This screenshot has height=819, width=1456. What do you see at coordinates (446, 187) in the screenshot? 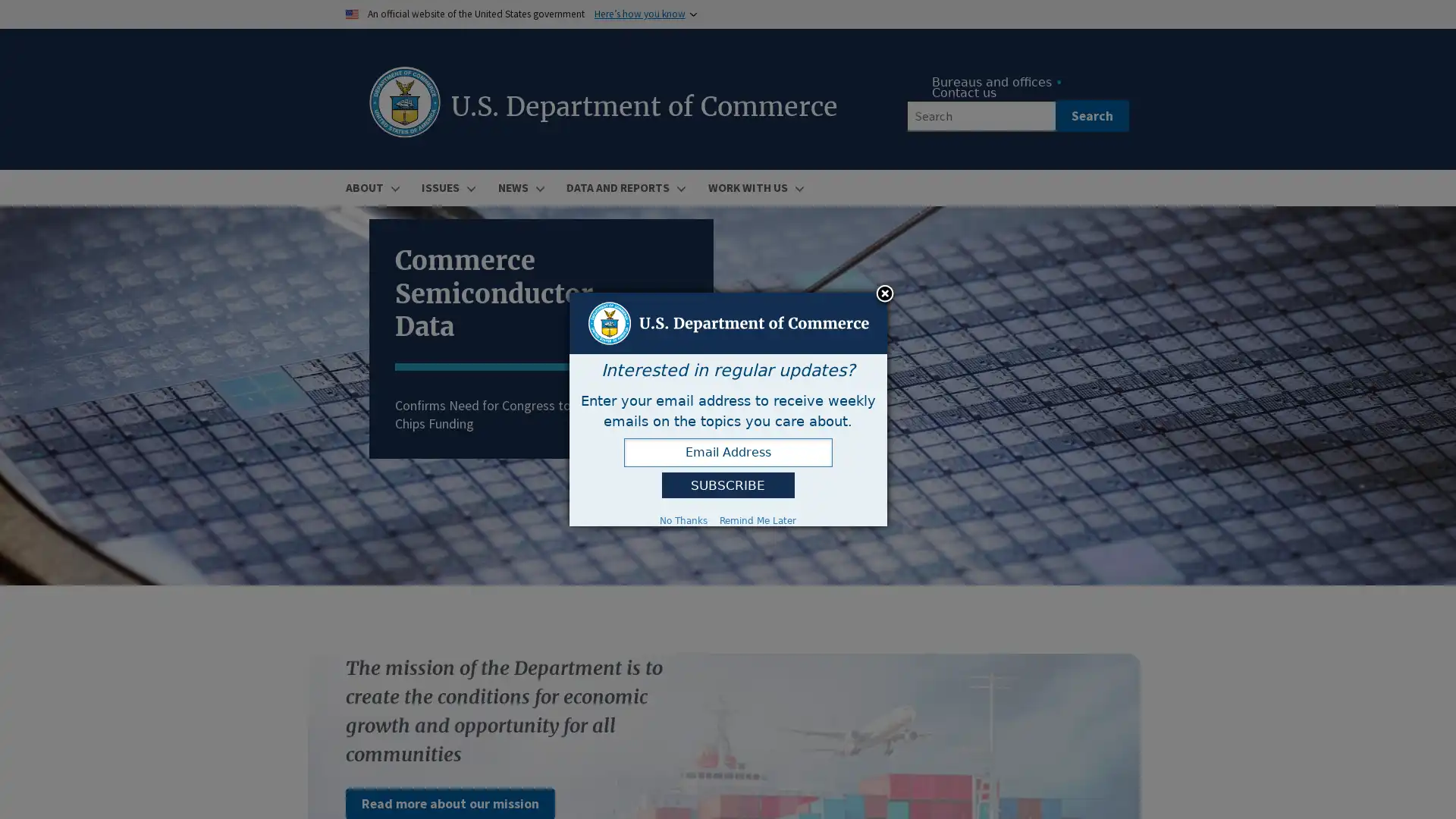
I see `ISSUES` at bounding box center [446, 187].